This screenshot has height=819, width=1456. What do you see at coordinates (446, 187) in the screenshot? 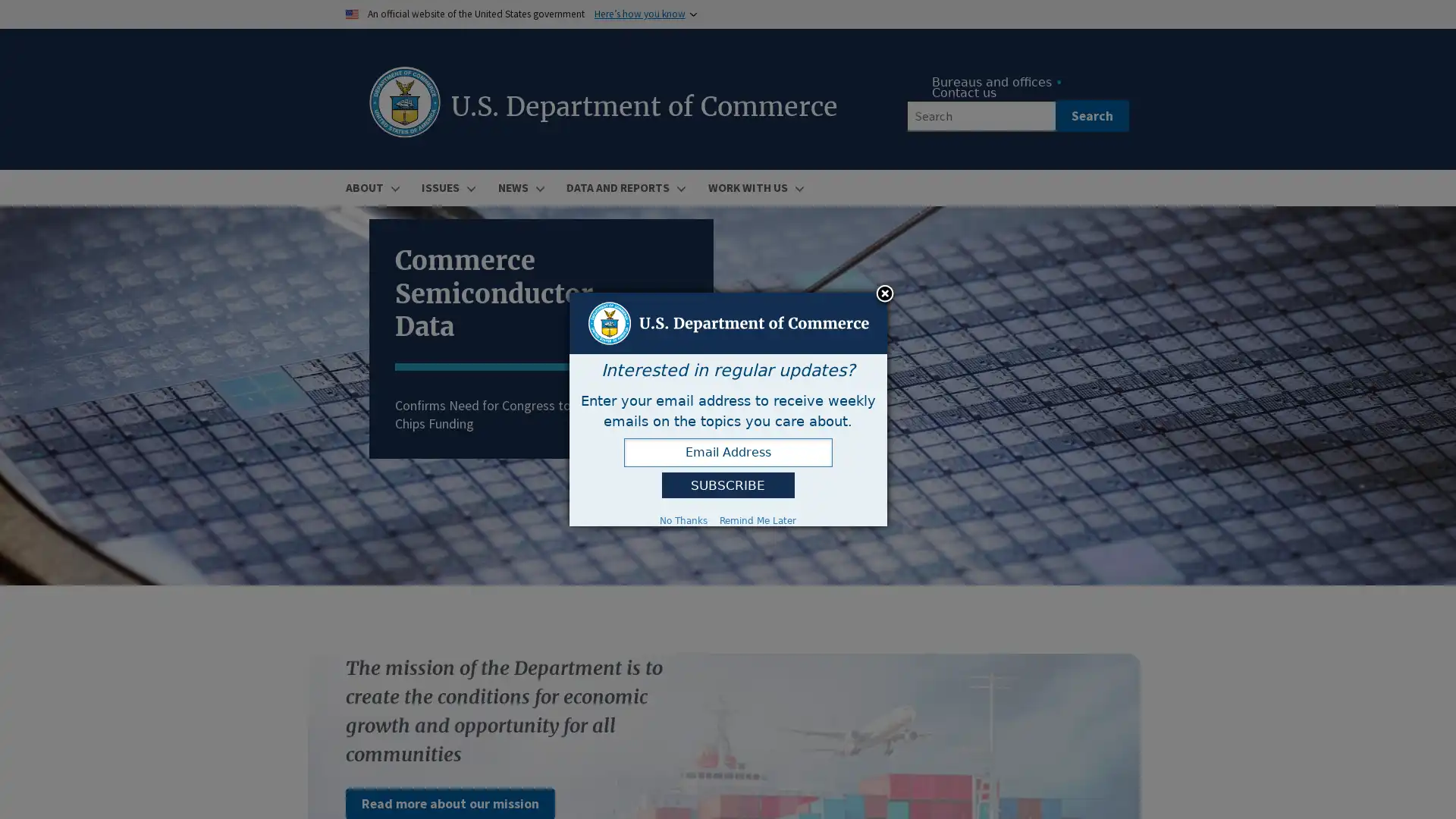
I see `ISSUES` at bounding box center [446, 187].